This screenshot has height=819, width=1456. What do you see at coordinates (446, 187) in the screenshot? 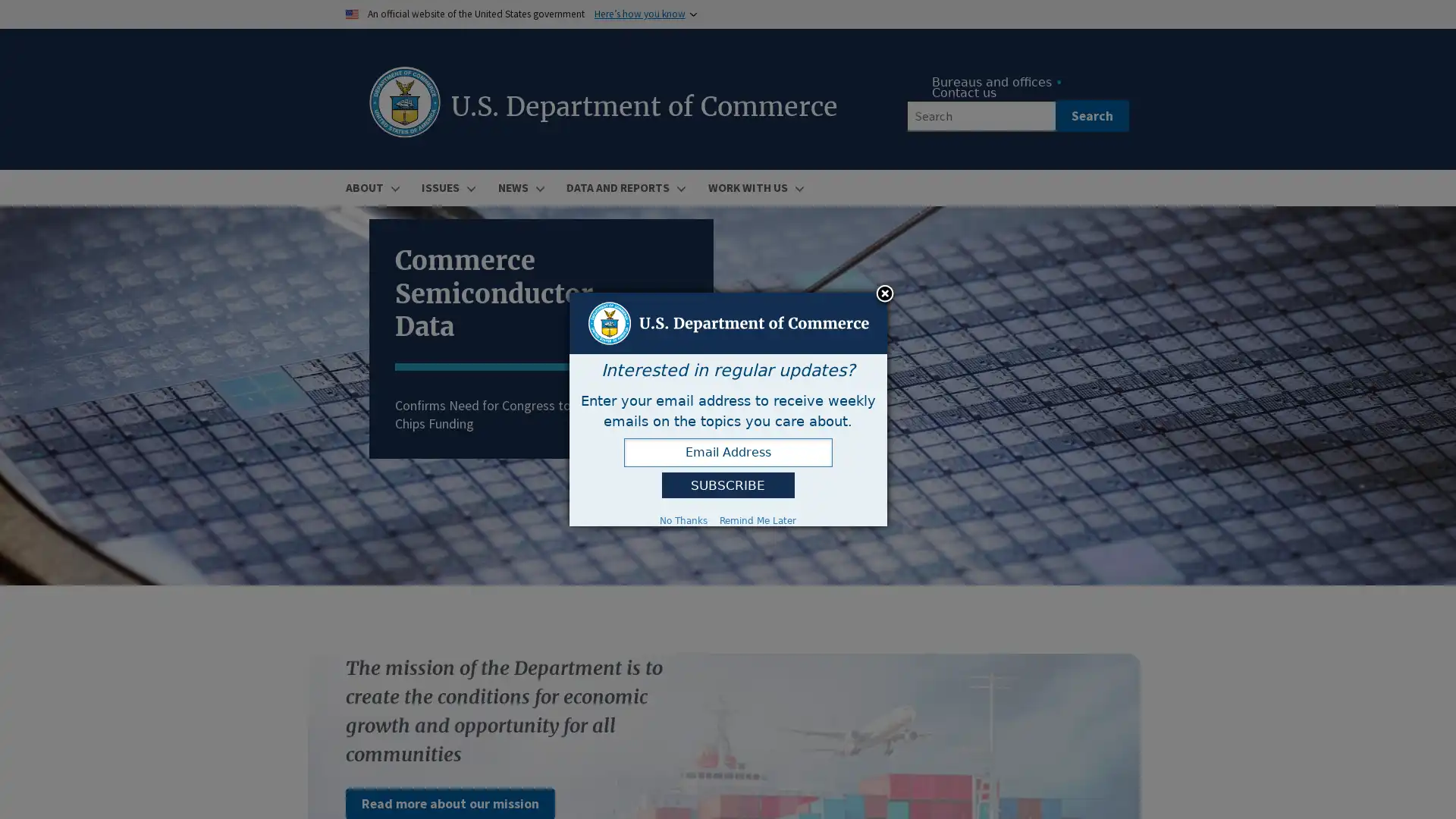
I see `ISSUES` at bounding box center [446, 187].